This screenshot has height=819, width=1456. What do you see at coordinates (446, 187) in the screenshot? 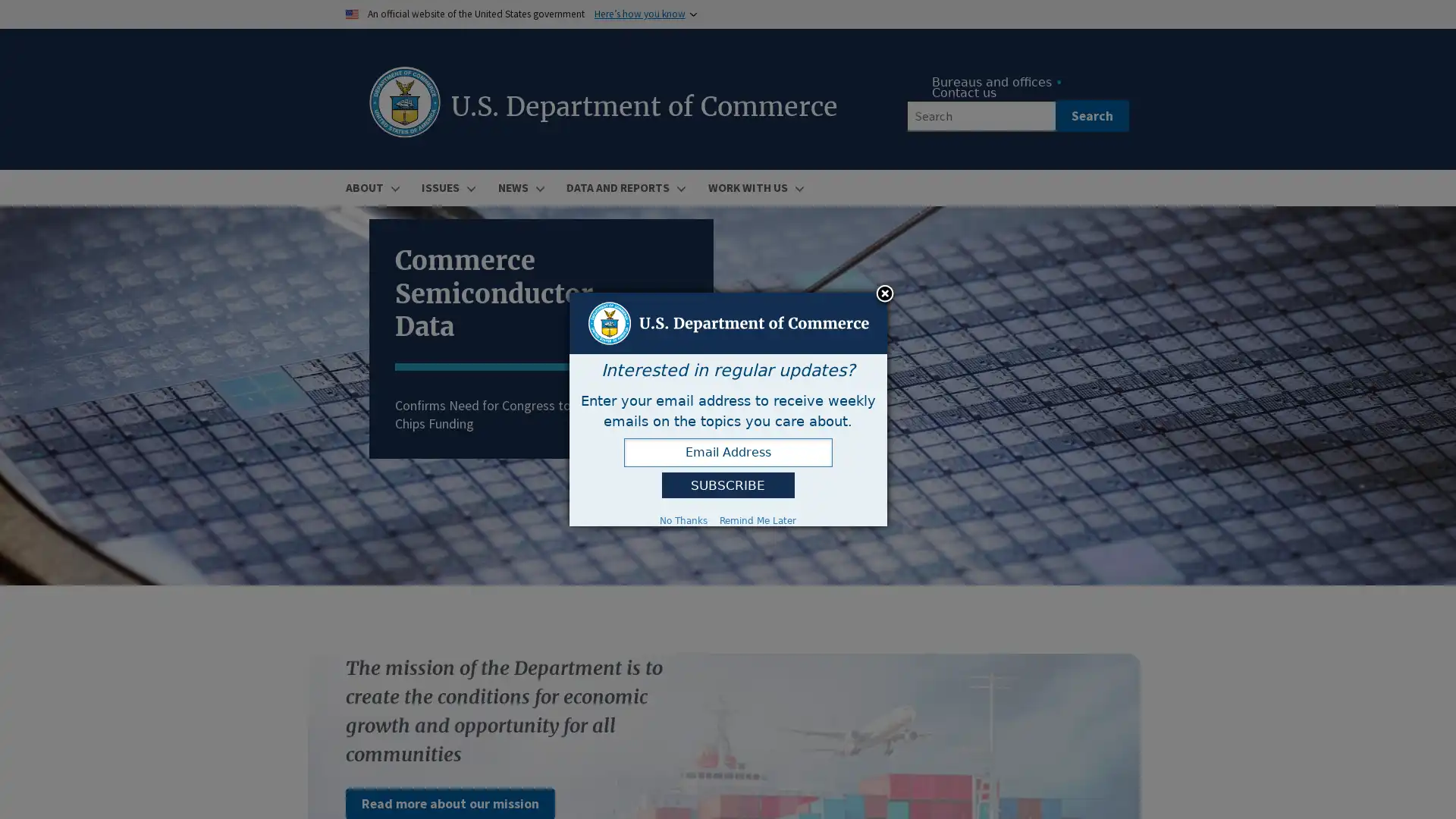
I see `ISSUES` at bounding box center [446, 187].